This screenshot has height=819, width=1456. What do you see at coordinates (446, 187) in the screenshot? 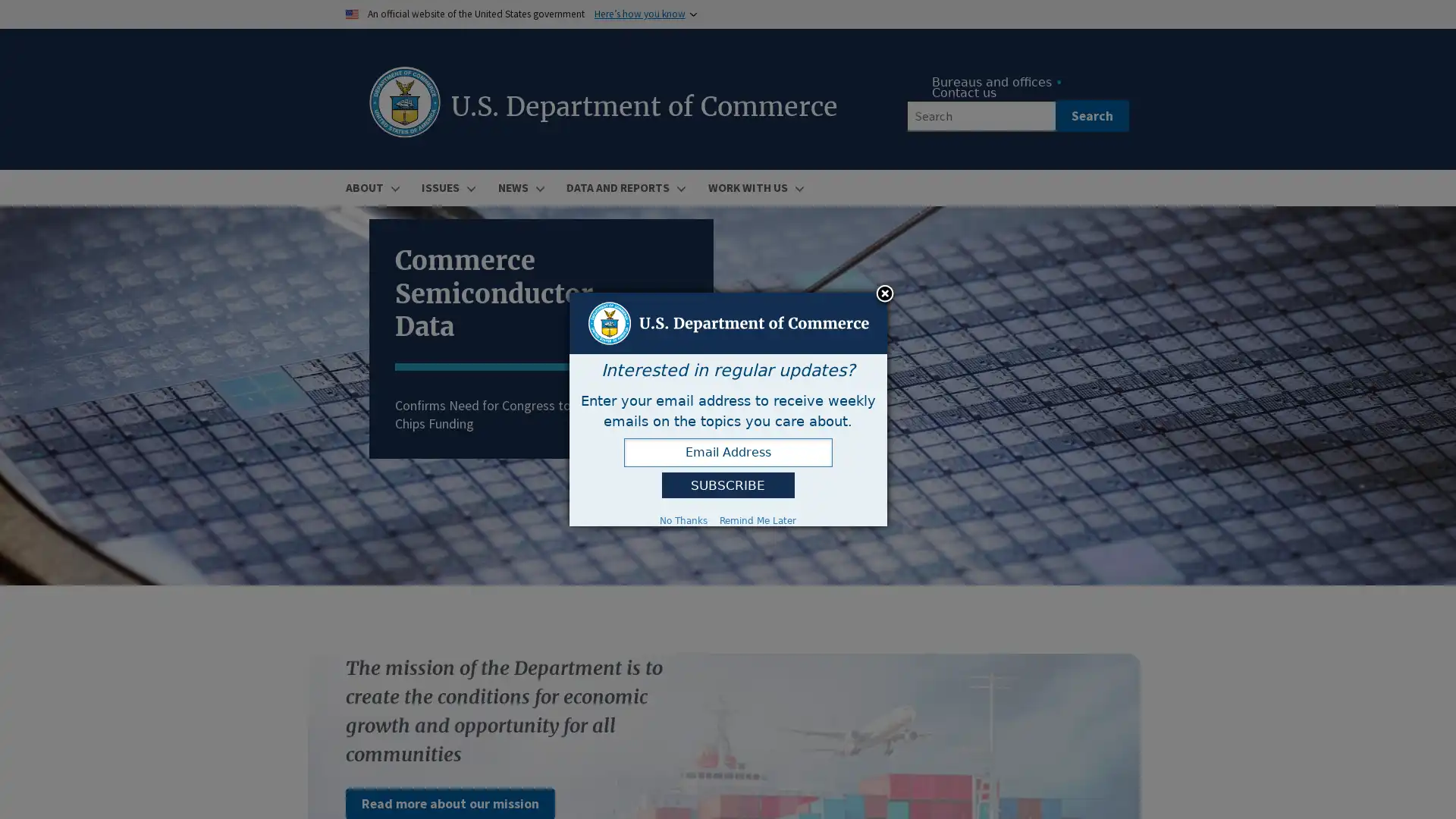
I see `ISSUES` at bounding box center [446, 187].